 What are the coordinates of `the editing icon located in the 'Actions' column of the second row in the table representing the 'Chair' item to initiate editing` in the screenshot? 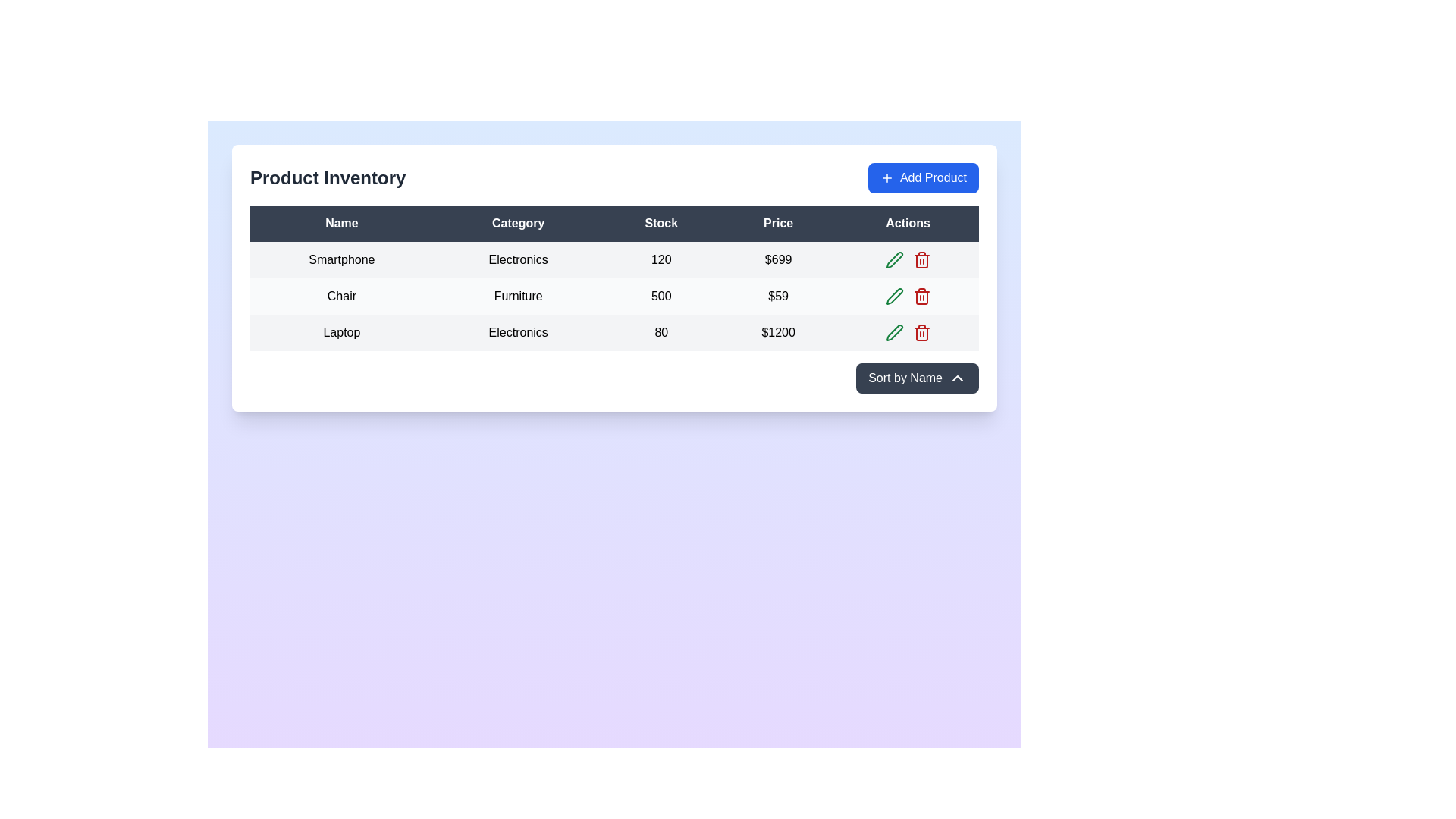 It's located at (894, 296).